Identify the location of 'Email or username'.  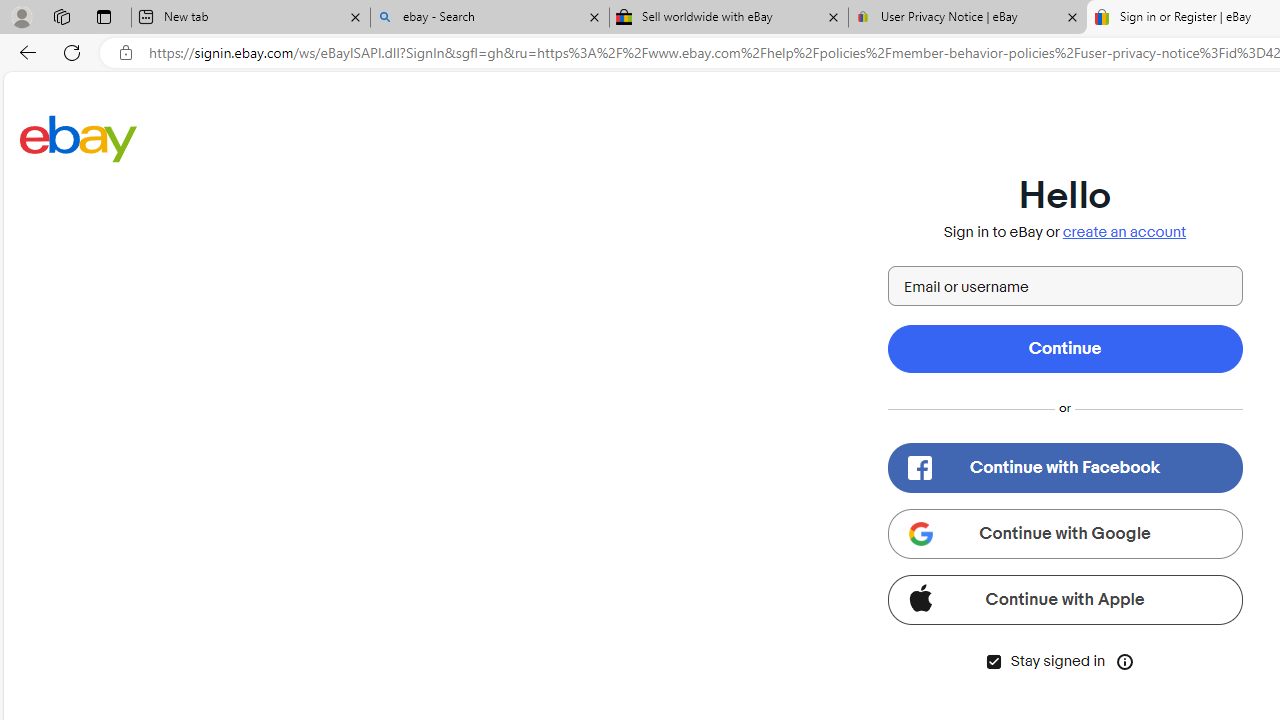
(1063, 286).